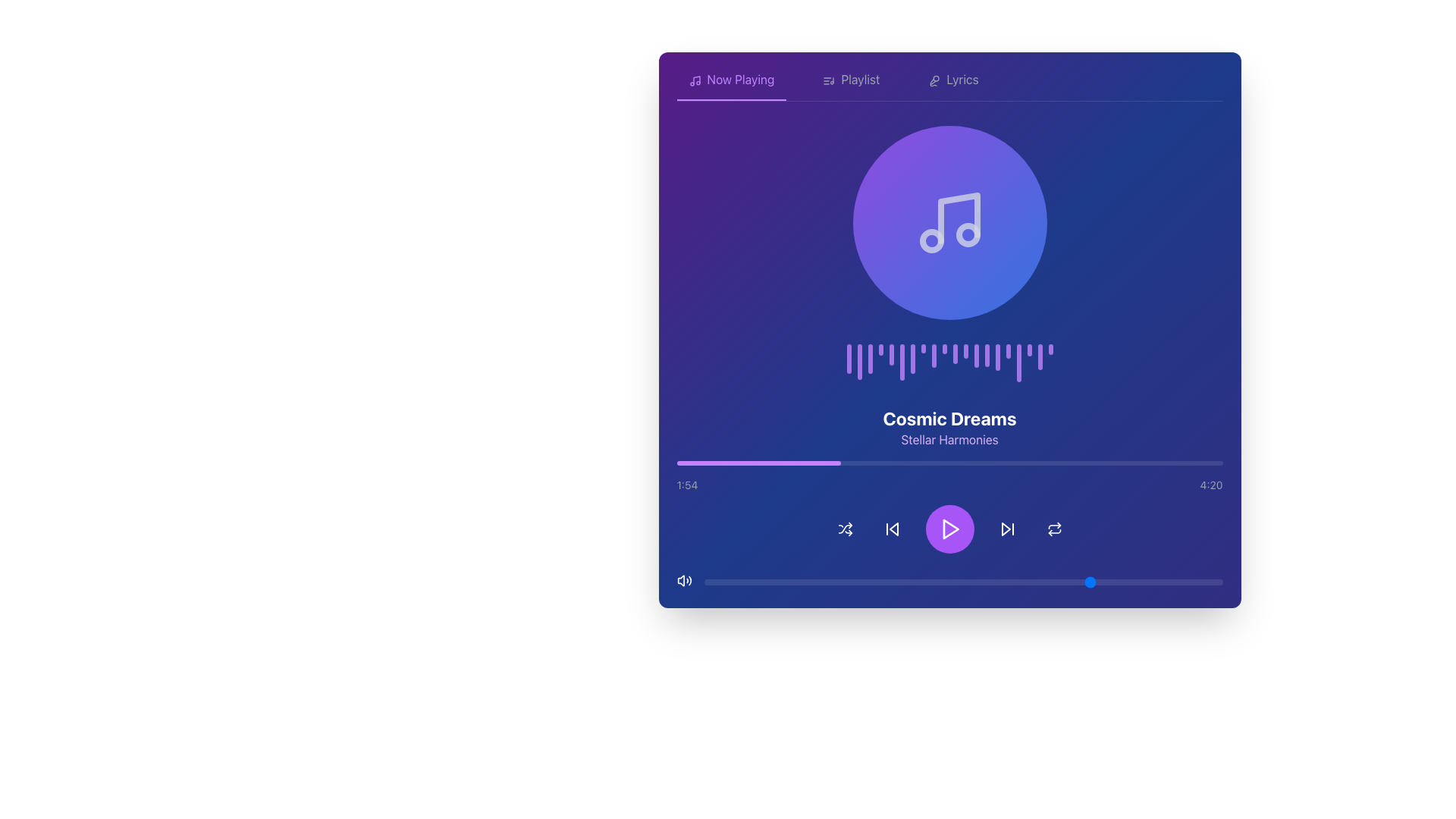 The width and height of the screenshot is (1456, 819). I want to click on the progress bar of the Media Playback Information Display to seek to a specific time, so click(949, 479).